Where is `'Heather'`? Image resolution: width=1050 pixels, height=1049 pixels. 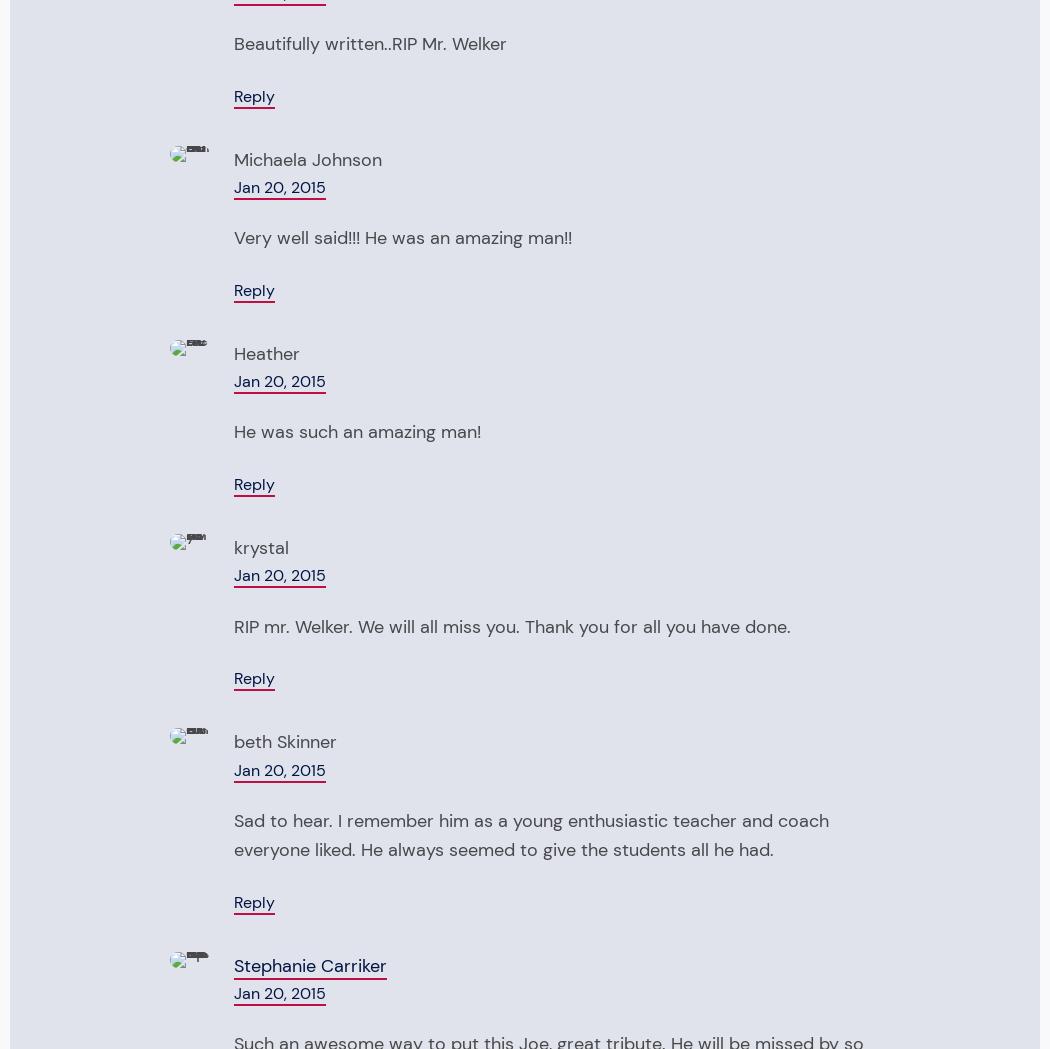
'Heather' is located at coordinates (266, 351).